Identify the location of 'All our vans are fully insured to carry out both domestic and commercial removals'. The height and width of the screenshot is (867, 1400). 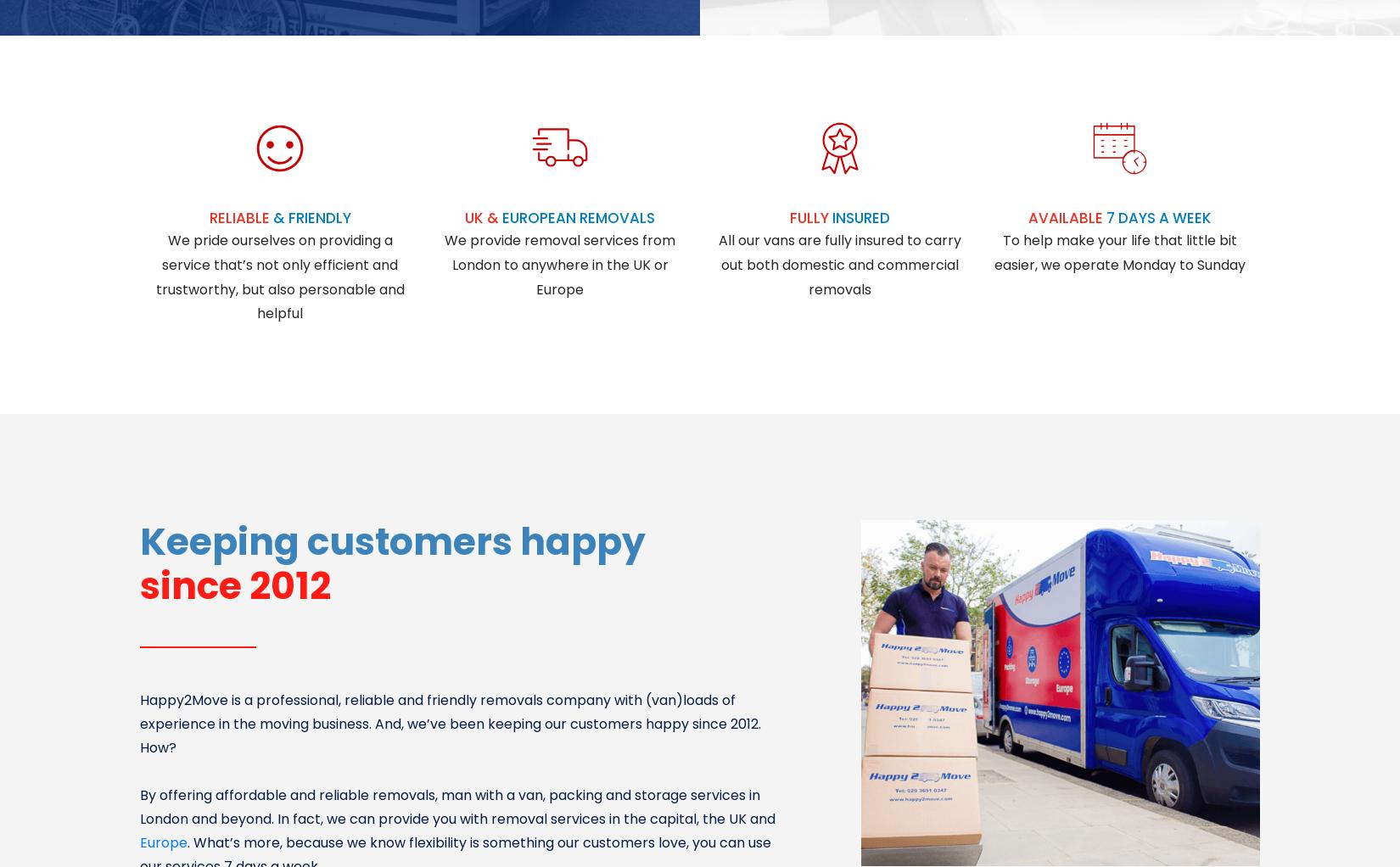
(718, 264).